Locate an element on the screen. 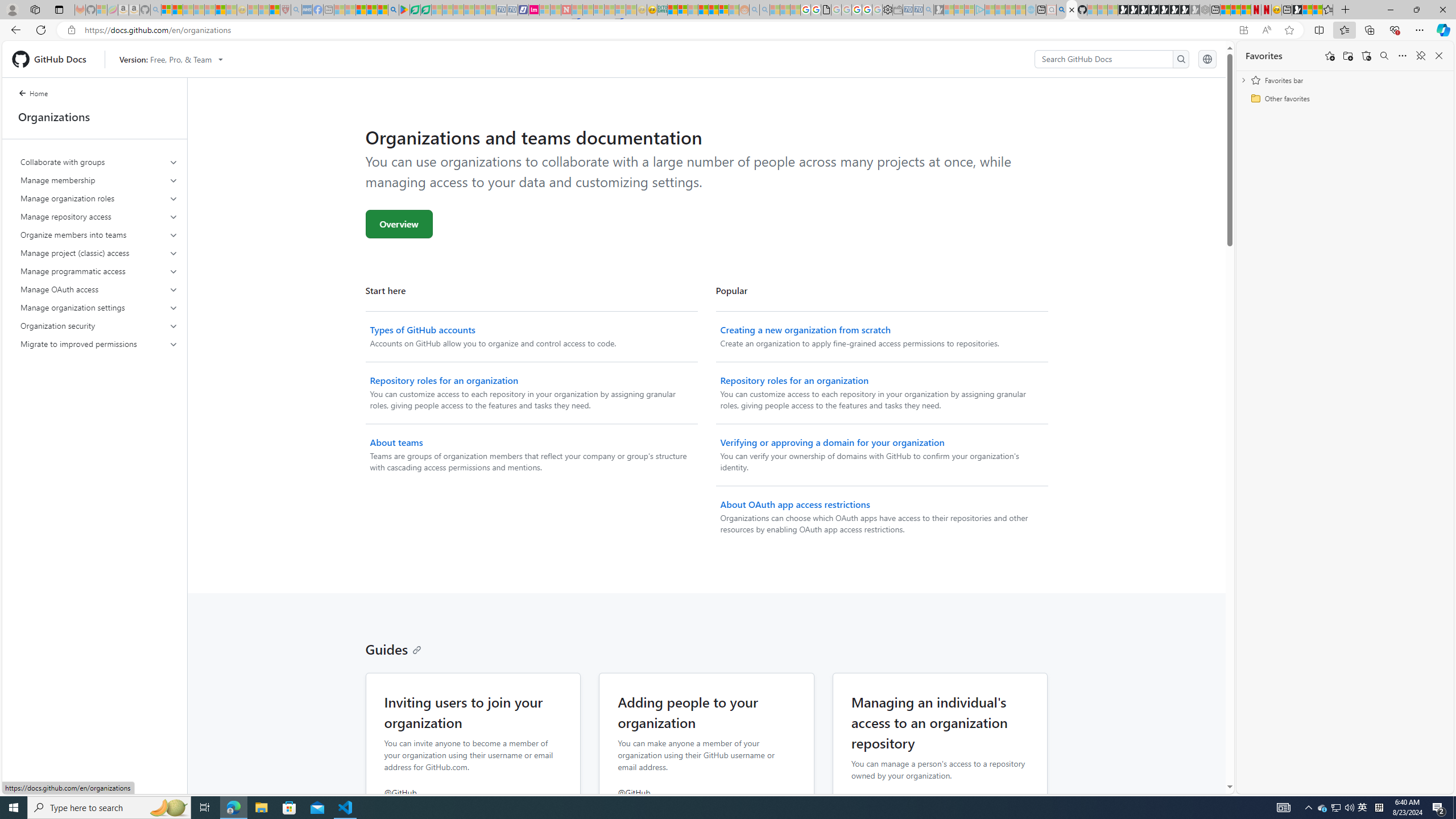  'Manage organization settings' is located at coordinates (99, 307).